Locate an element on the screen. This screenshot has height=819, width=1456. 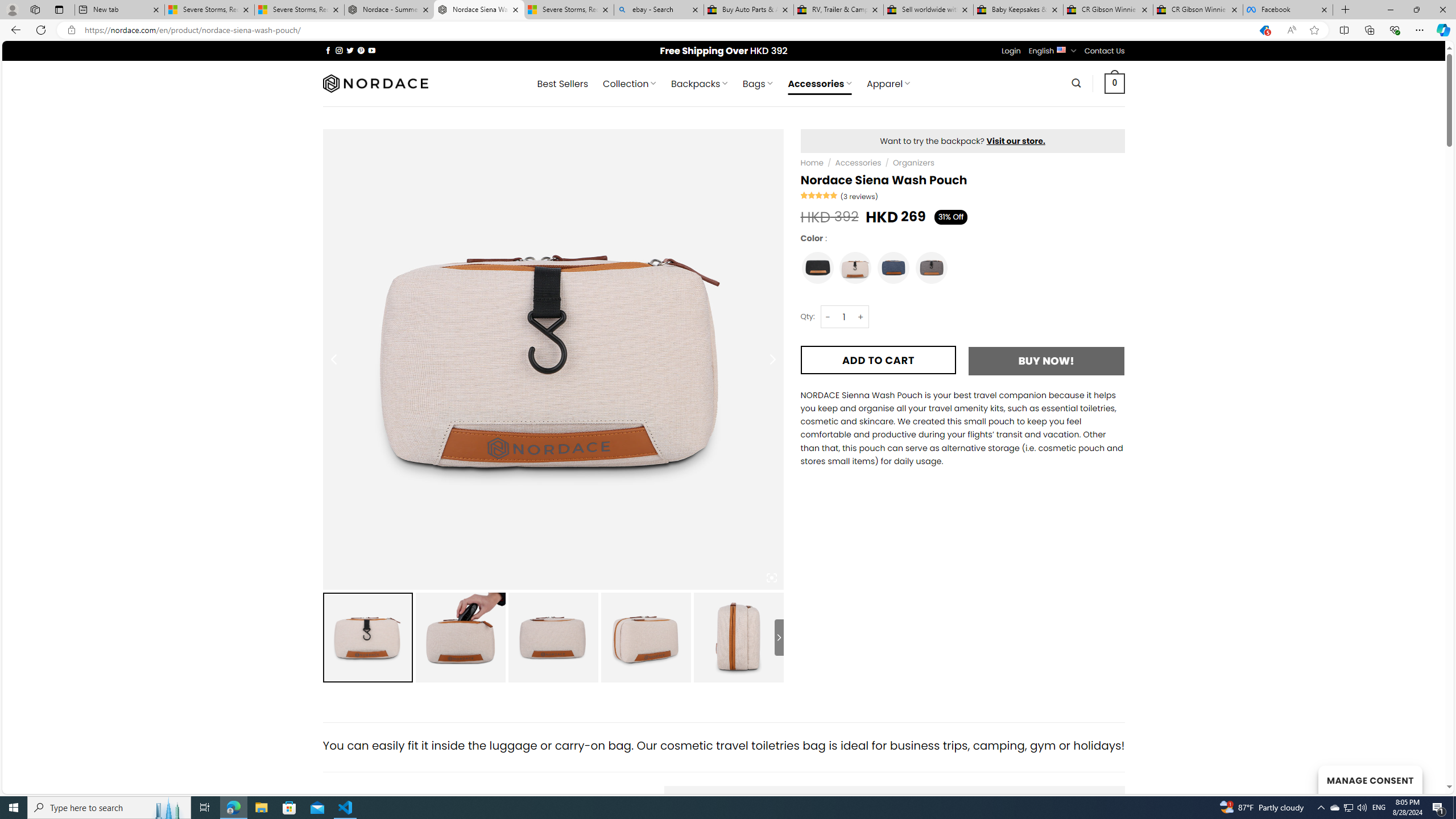
'Buy Auto Parts & Accessories | eBay' is located at coordinates (747, 9).